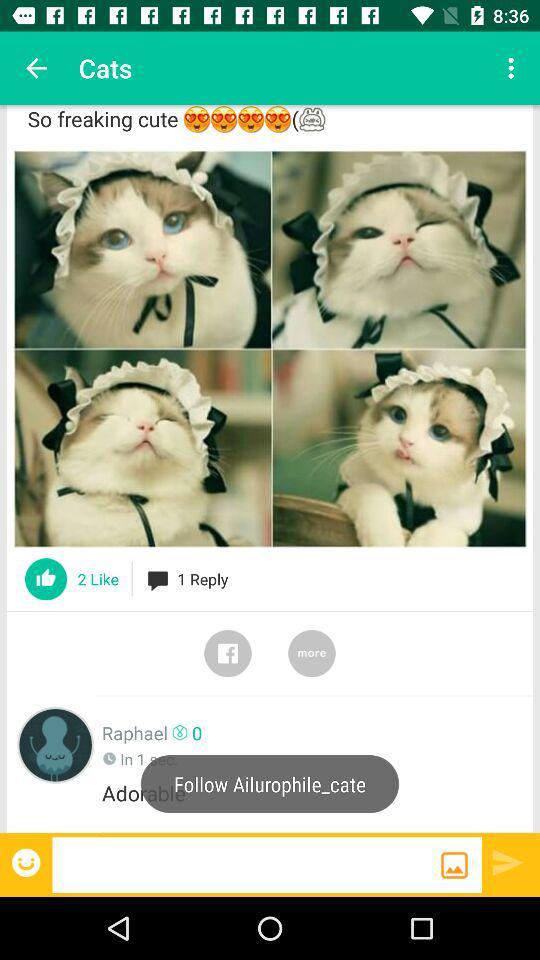 The image size is (540, 960). I want to click on icon next to raphael item, so click(55, 744).